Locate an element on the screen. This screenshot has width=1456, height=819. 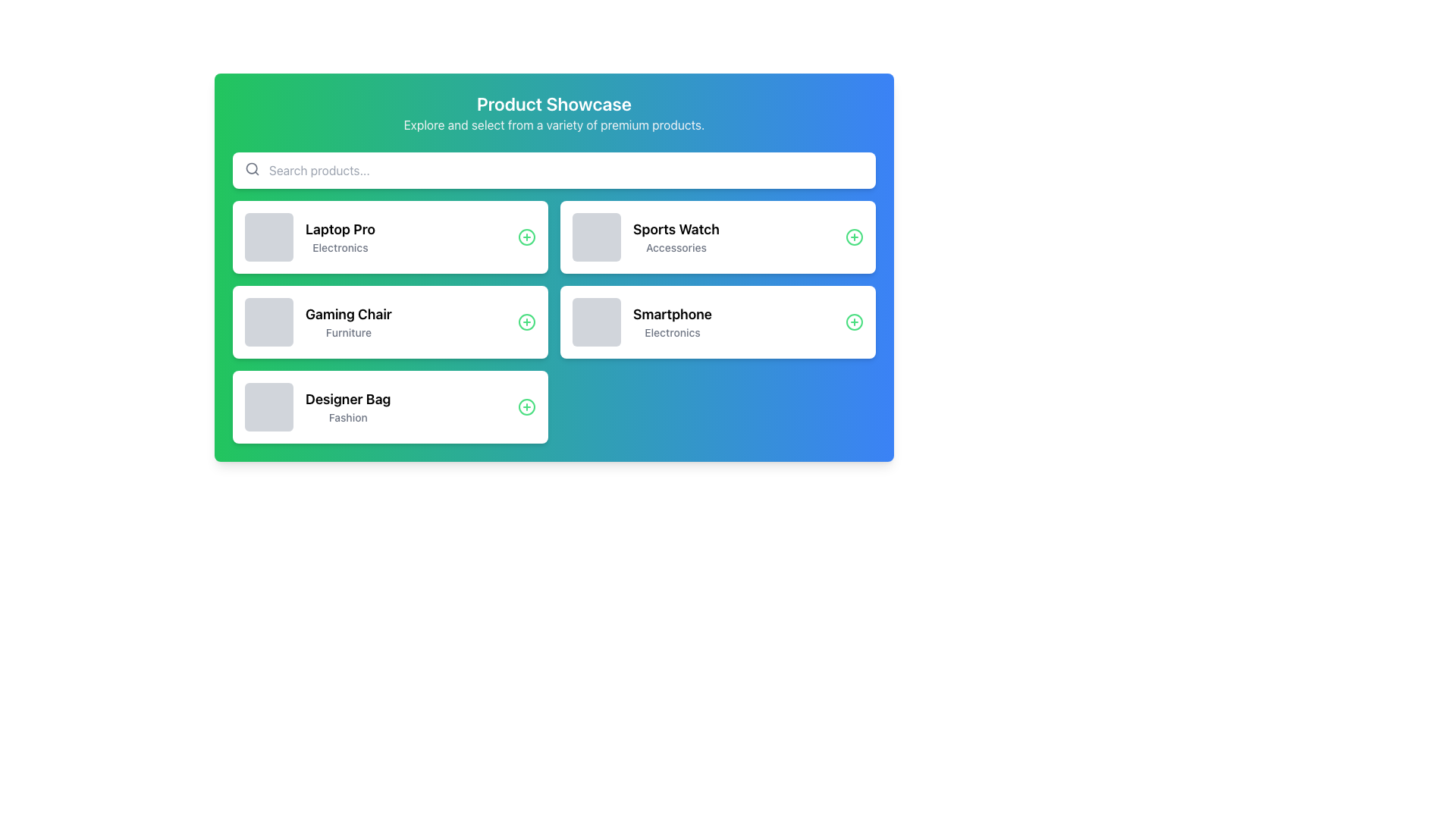
the green circular outline of the '+' icon located at the top-left cell of the products grid layout, which is associated with the 'Laptop Pro' product entry is located at coordinates (527, 237).